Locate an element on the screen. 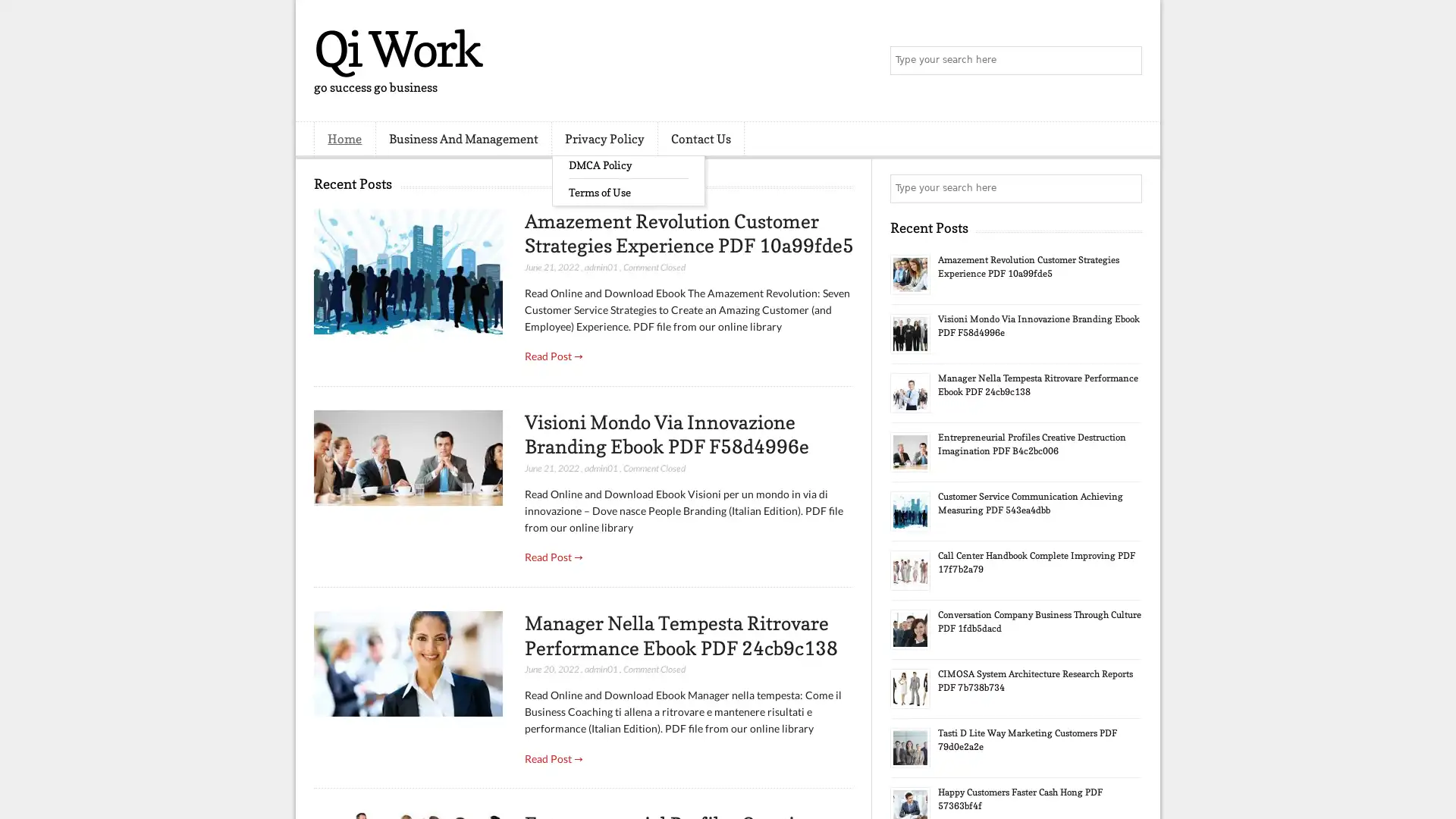  Search is located at coordinates (1126, 61).